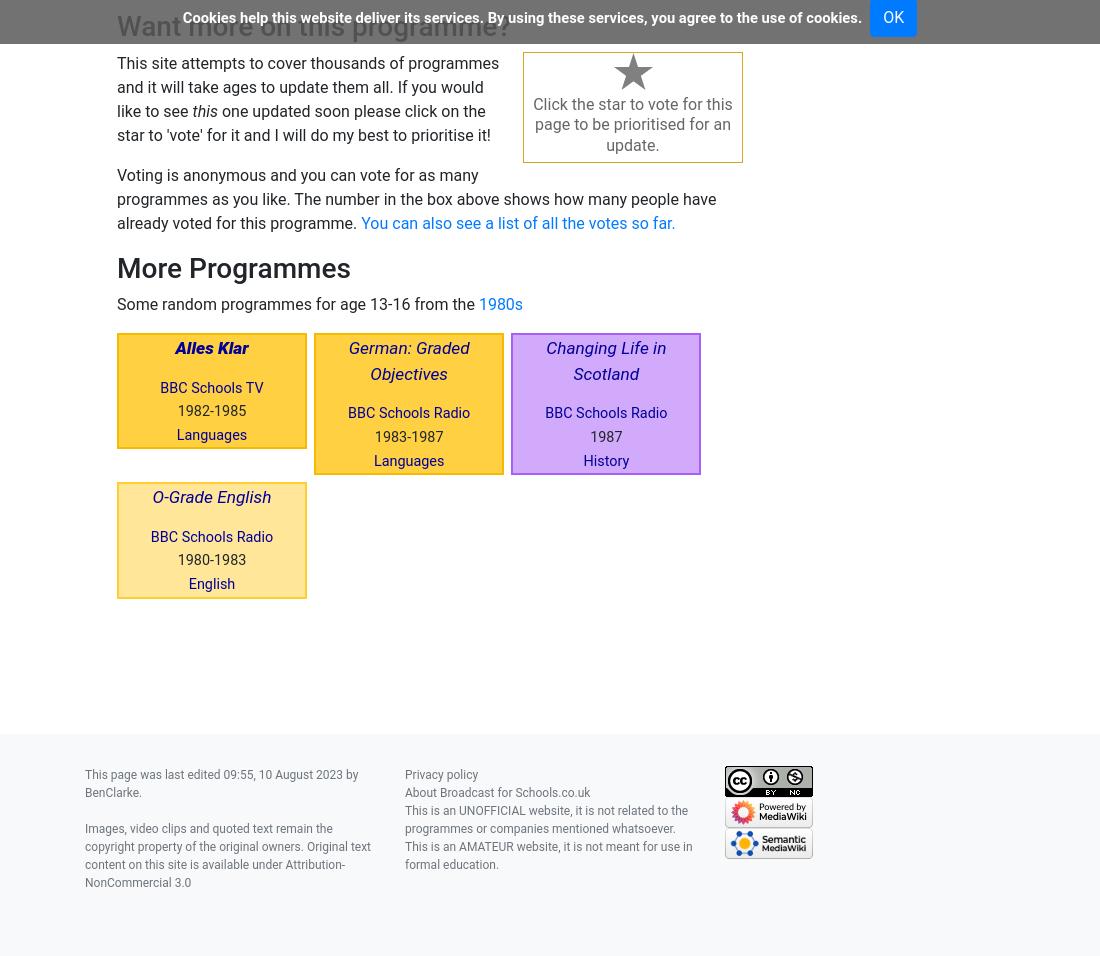 This screenshot has width=1100, height=956. I want to click on 'one updated soon please click on the star to 'vote' for it and I will do my best to prioritise it!', so click(302, 122).